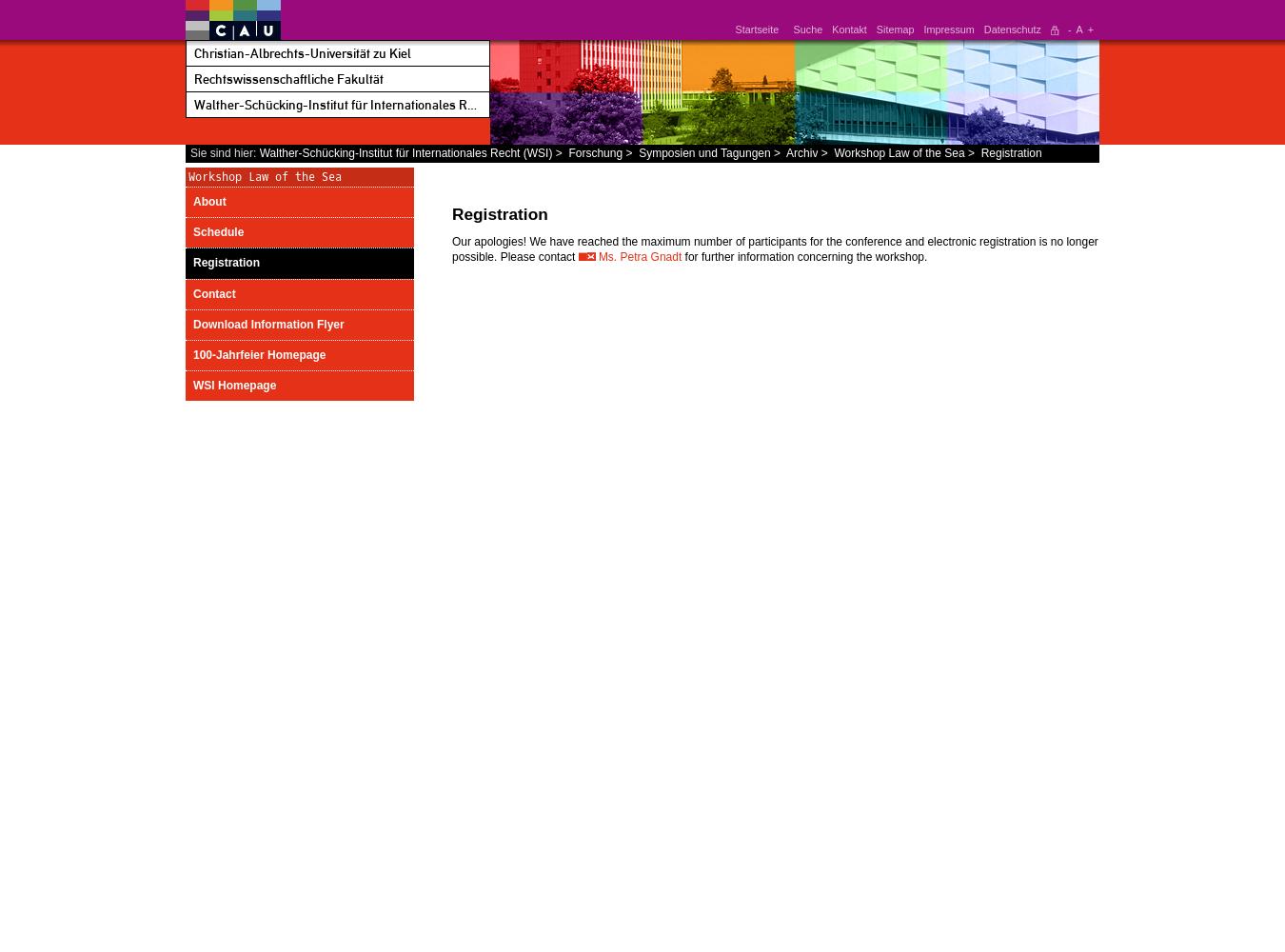 This screenshot has width=1285, height=952. Describe the element at coordinates (801, 153) in the screenshot. I see `'Archiv'` at that location.